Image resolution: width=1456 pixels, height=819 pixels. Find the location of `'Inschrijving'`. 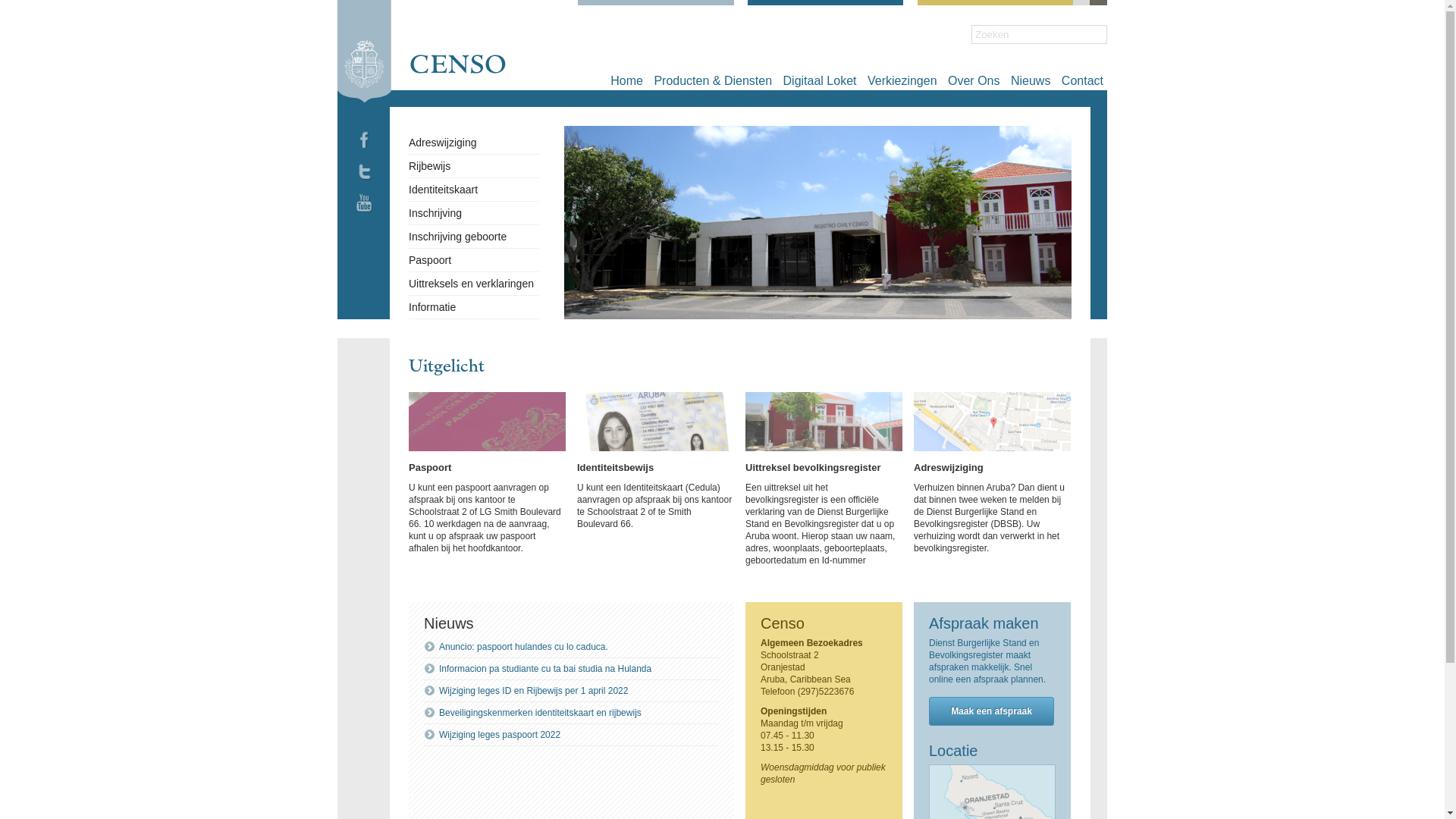

'Inschrijving' is located at coordinates (435, 213).